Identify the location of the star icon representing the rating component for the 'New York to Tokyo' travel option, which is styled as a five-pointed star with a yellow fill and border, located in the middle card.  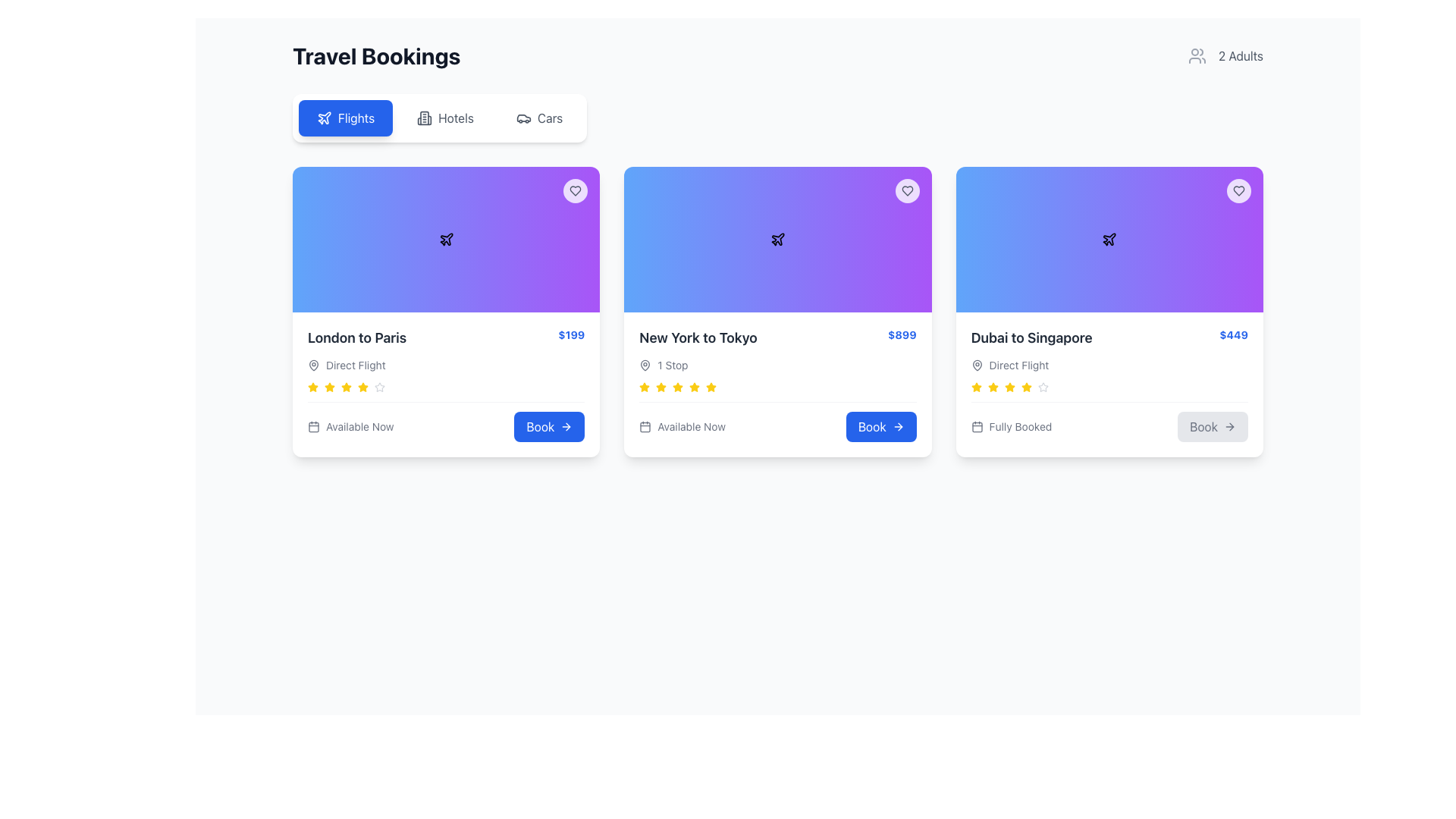
(645, 386).